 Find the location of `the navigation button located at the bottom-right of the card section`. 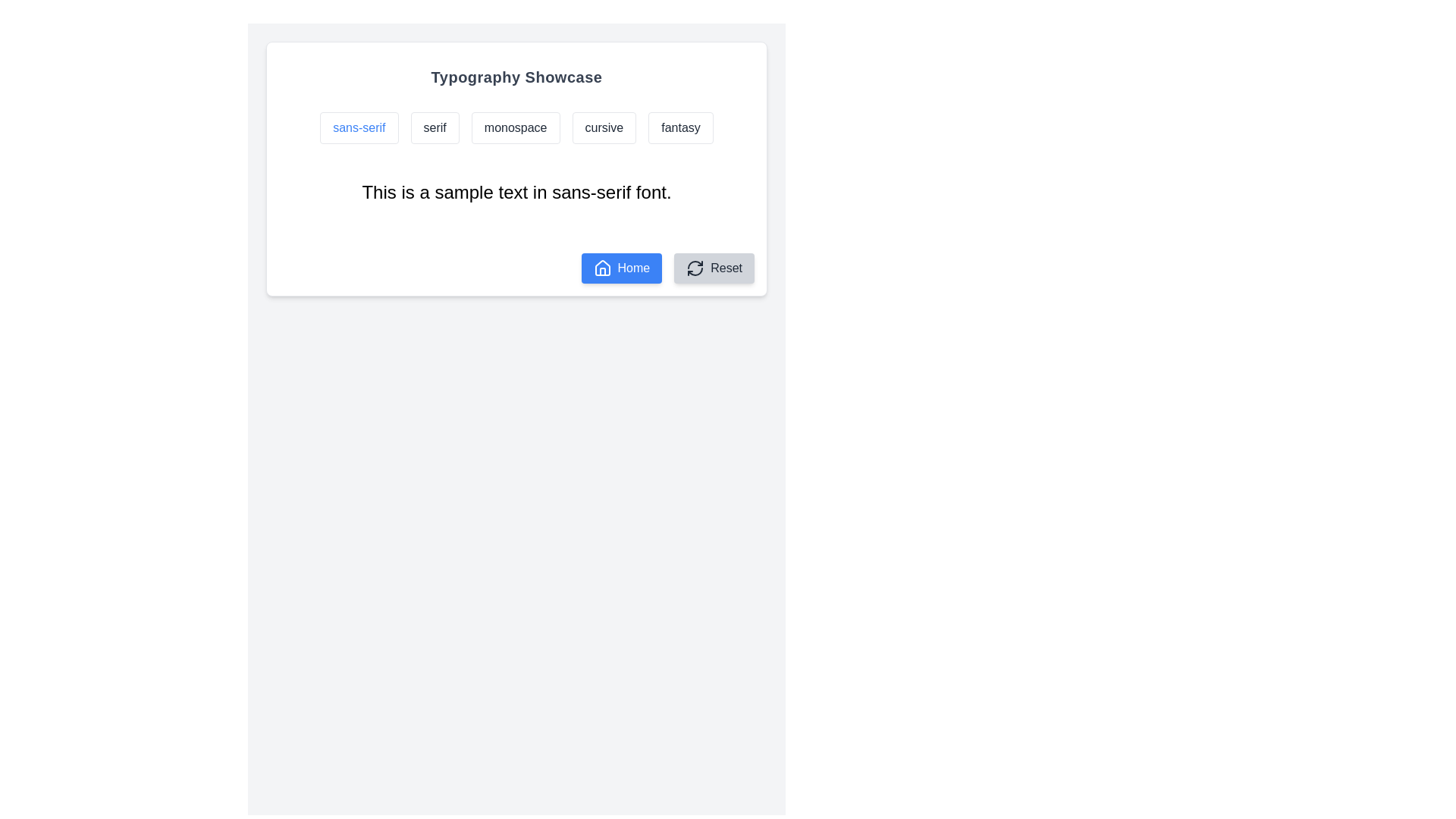

the navigation button located at the bottom-right of the card section is located at coordinates (621, 268).